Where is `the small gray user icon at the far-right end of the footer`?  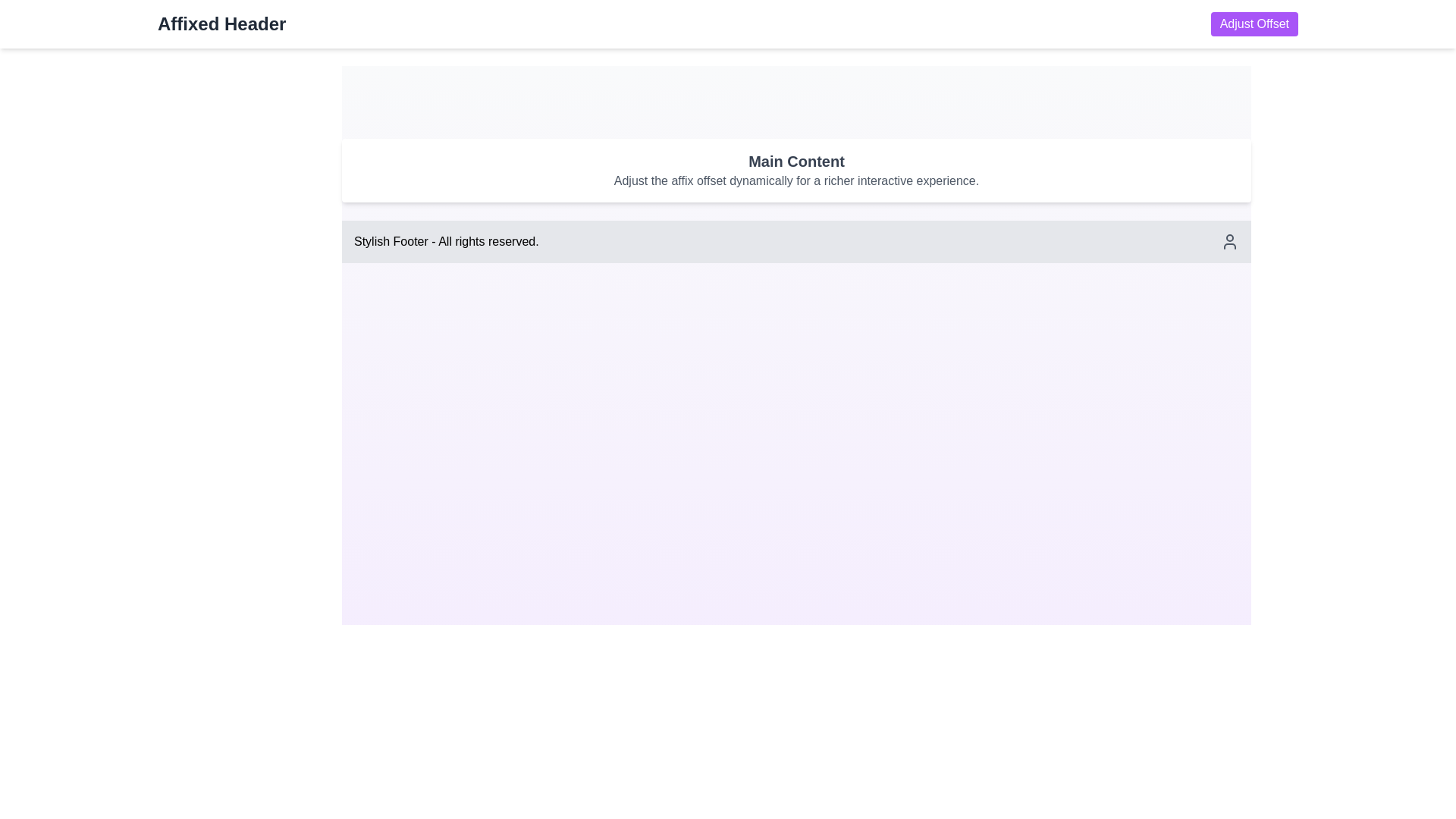
the small gray user icon at the far-right end of the footer is located at coordinates (1230, 241).